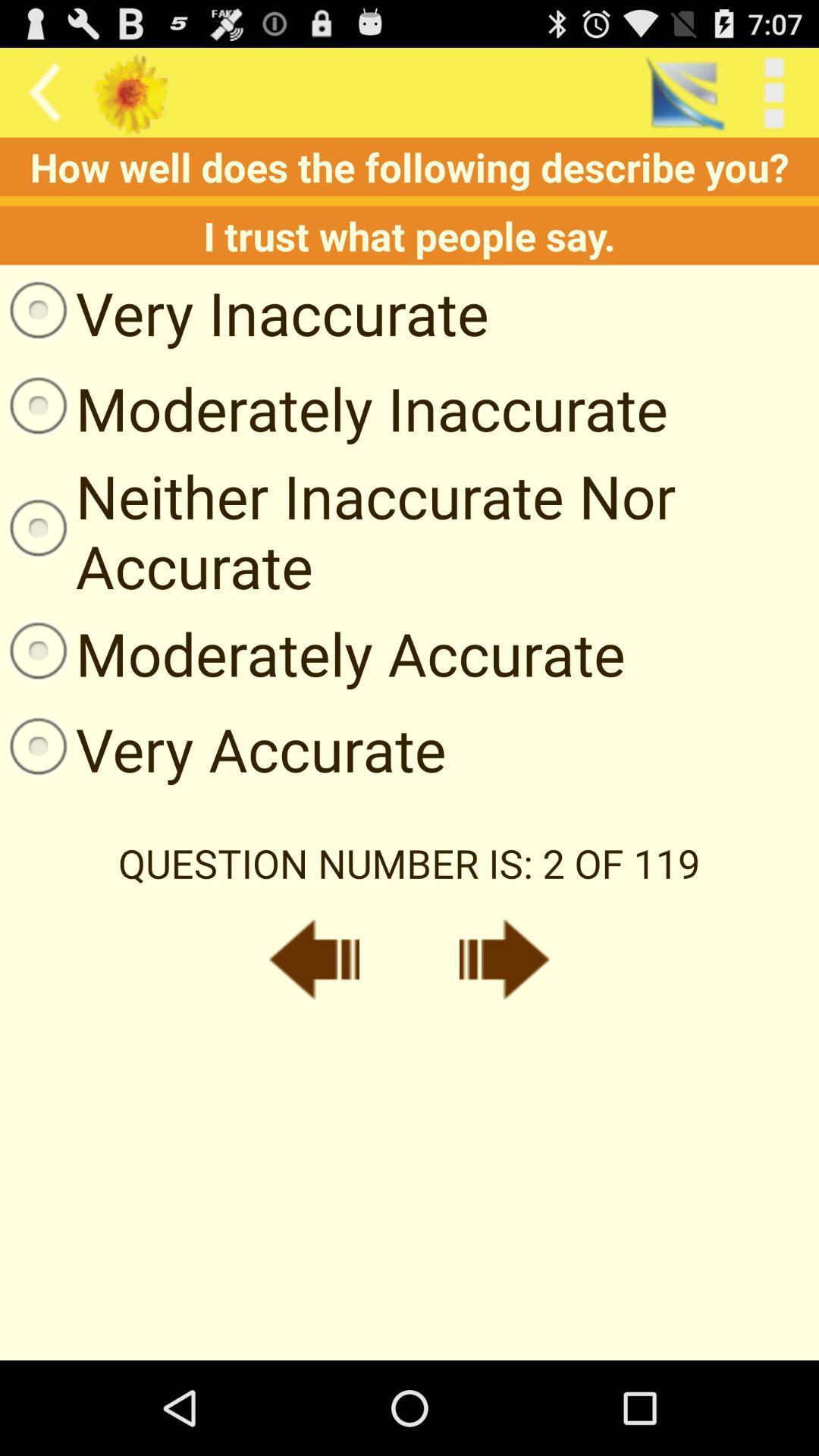  I want to click on item next to the < back item, so click(684, 92).